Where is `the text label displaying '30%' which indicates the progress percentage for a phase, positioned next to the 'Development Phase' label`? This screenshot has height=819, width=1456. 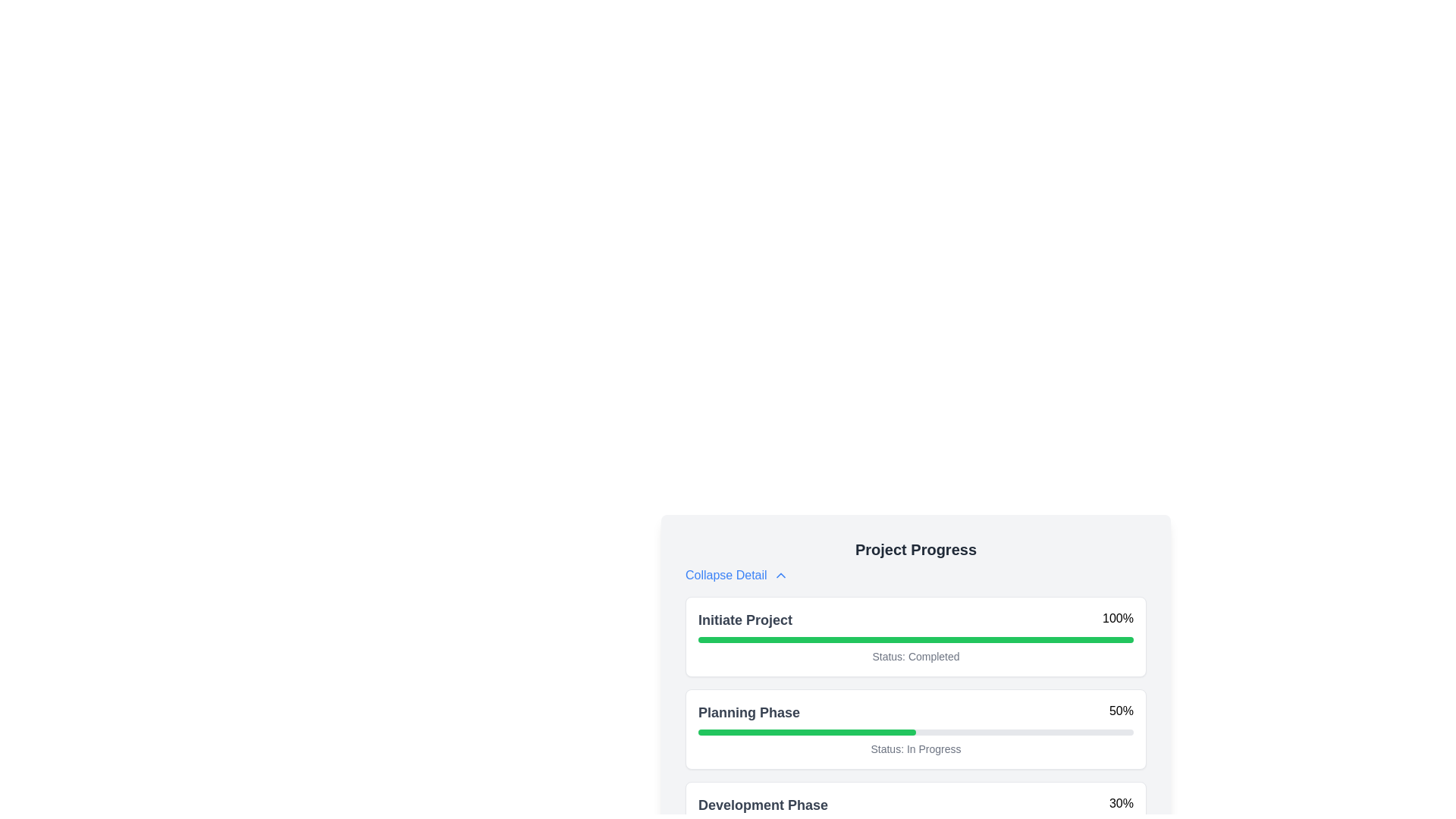 the text label displaying '30%' which indicates the progress percentage for a phase, positioned next to the 'Development Phase' label is located at coordinates (1121, 804).